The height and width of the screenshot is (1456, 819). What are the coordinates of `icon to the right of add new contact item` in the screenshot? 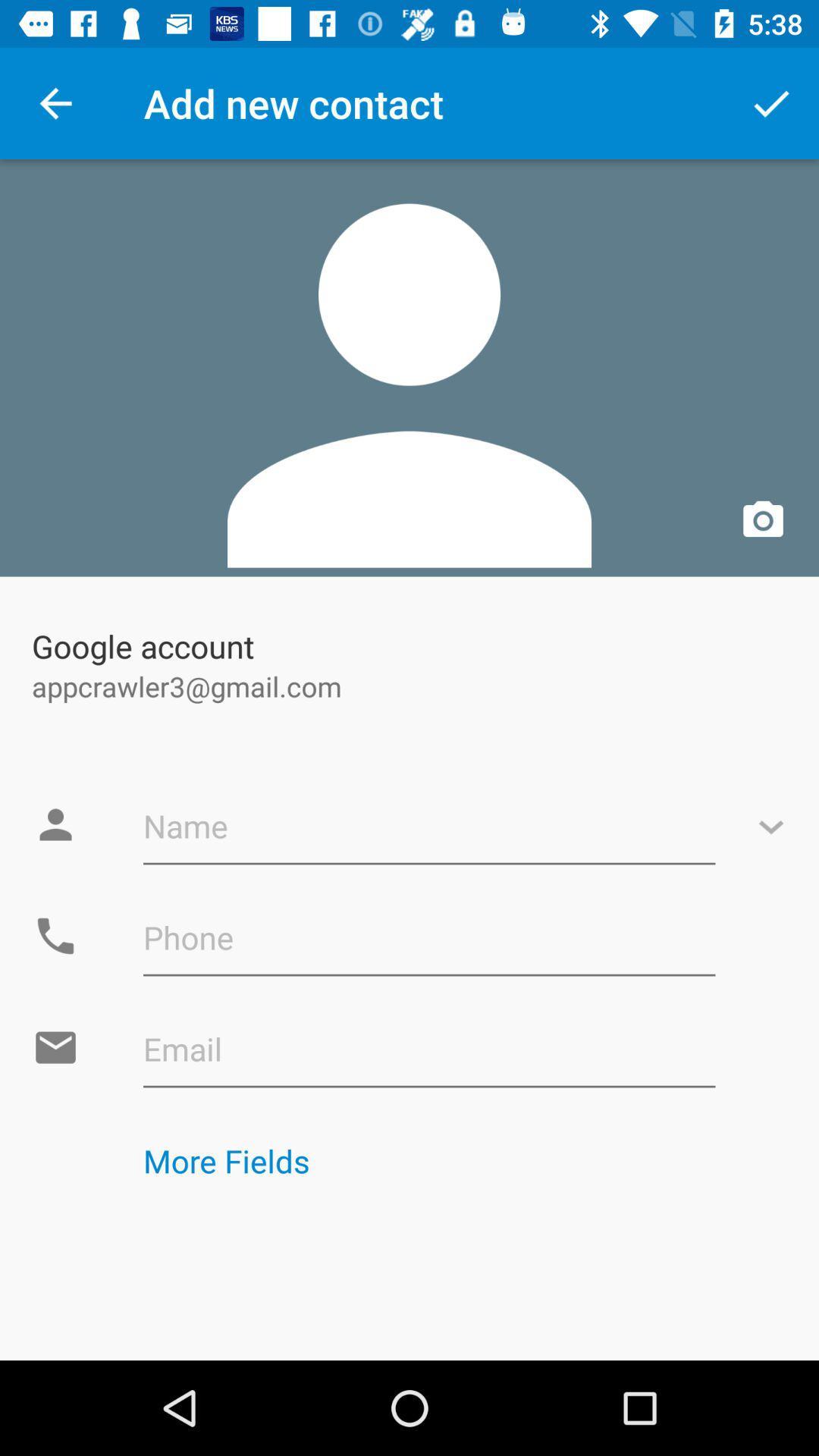 It's located at (771, 102).